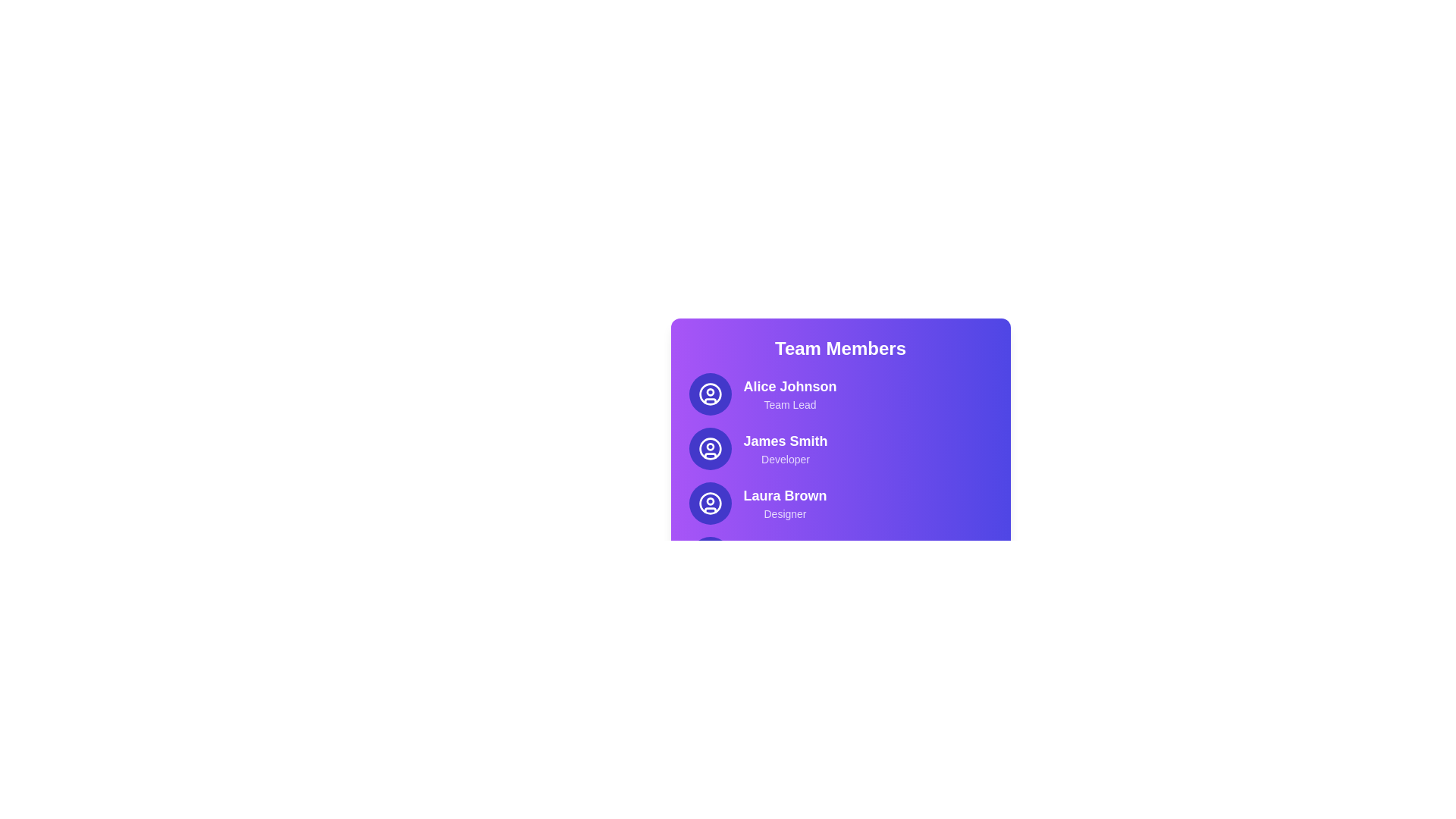 Image resolution: width=1456 pixels, height=819 pixels. What do you see at coordinates (709, 503) in the screenshot?
I see `the Circular profile icon for user 'Laura Brown' to initiate potential interaction` at bounding box center [709, 503].